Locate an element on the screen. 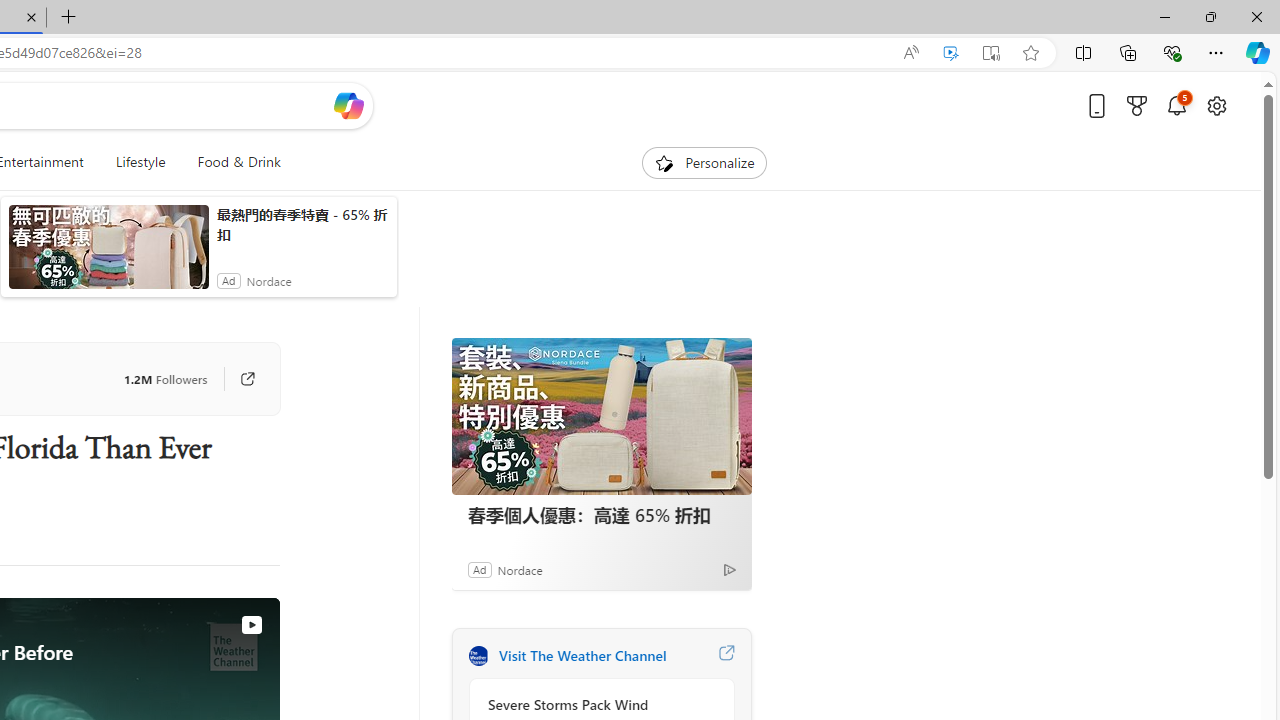  'Lifestyle' is located at coordinates (139, 162).